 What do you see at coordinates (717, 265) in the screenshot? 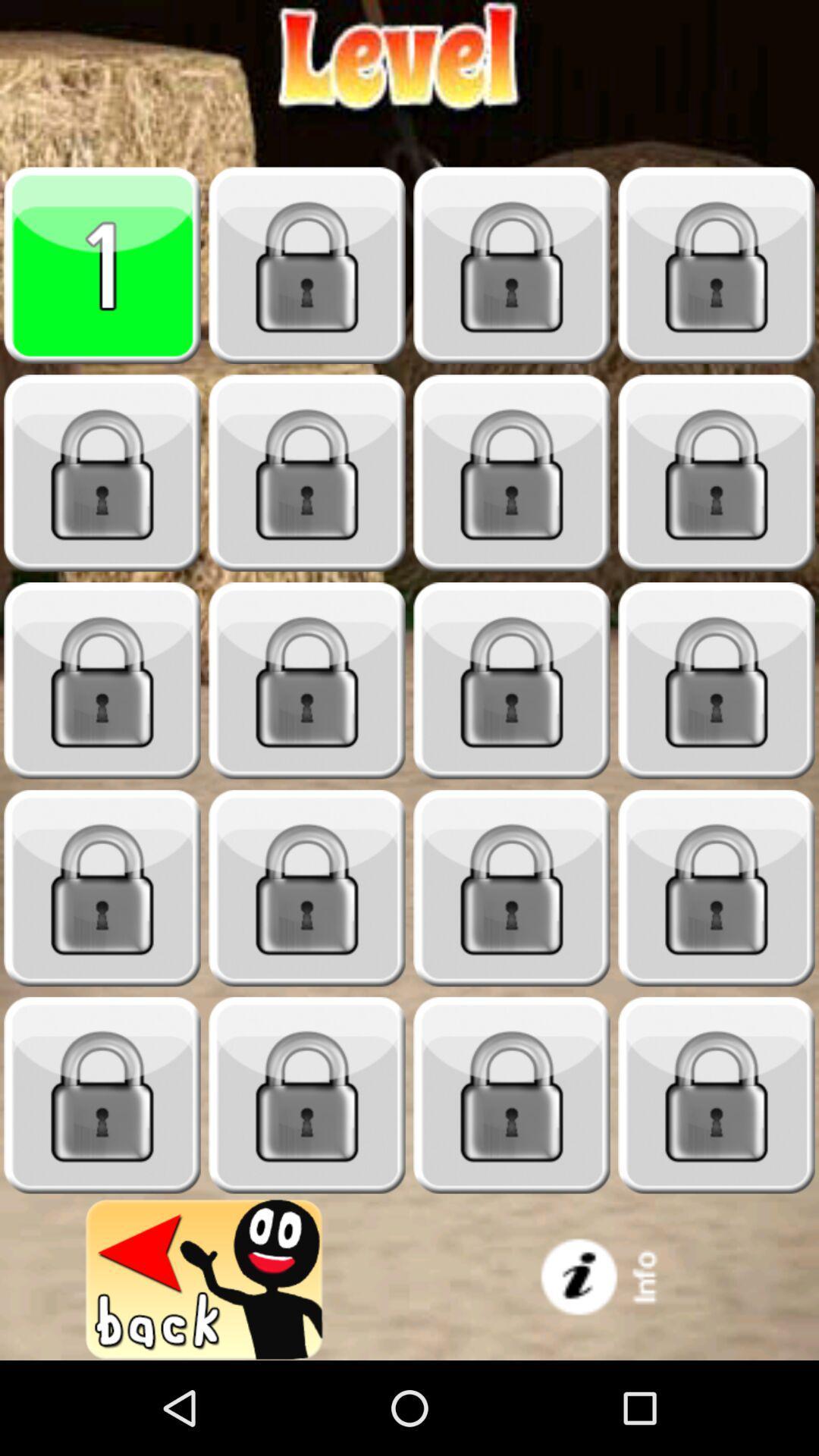
I see `lock button` at bounding box center [717, 265].